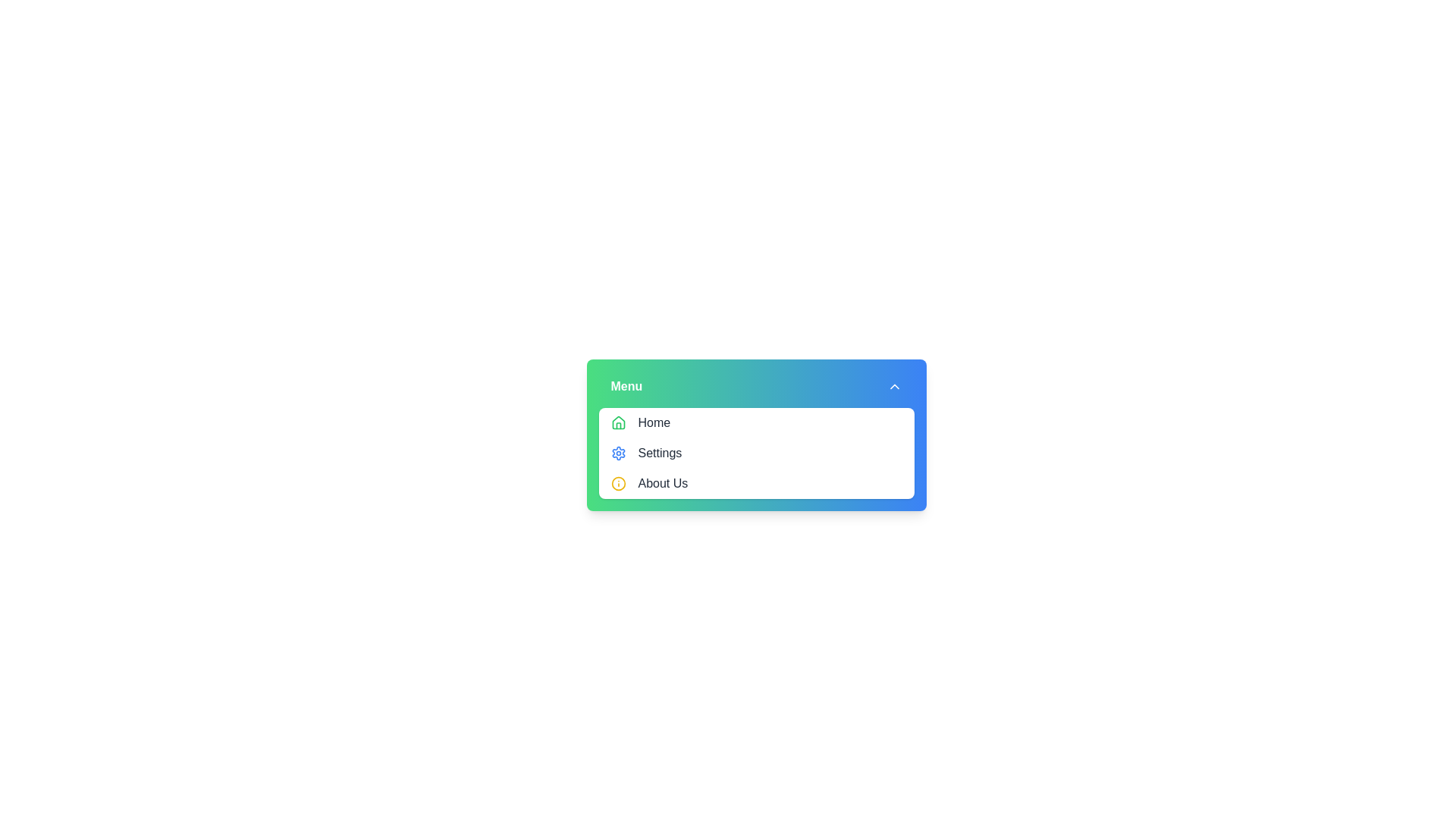  What do you see at coordinates (756, 423) in the screenshot?
I see `the 'Home' menu item` at bounding box center [756, 423].